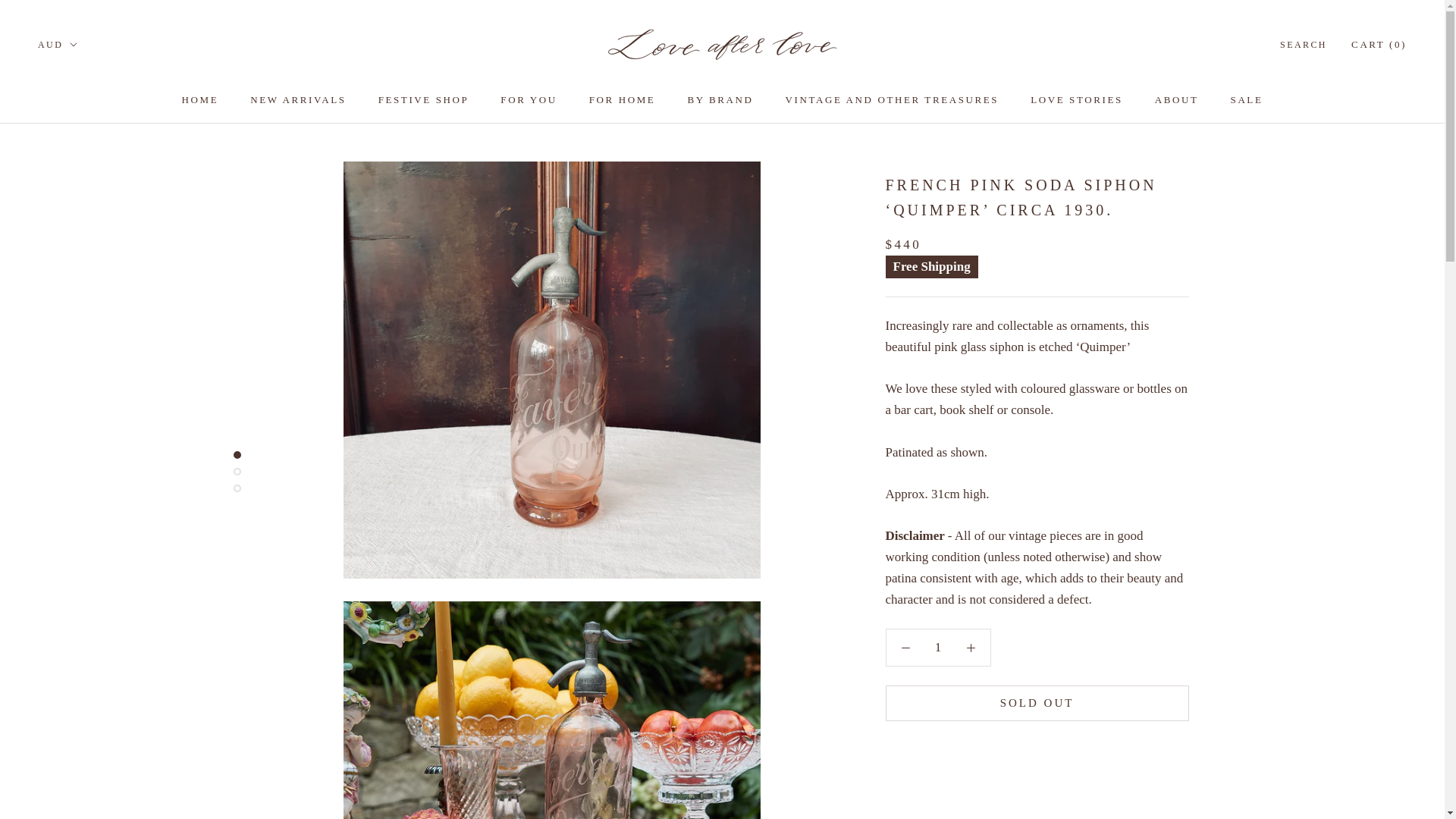 This screenshot has width=1456, height=819. I want to click on 'CART (0)', so click(1379, 43).